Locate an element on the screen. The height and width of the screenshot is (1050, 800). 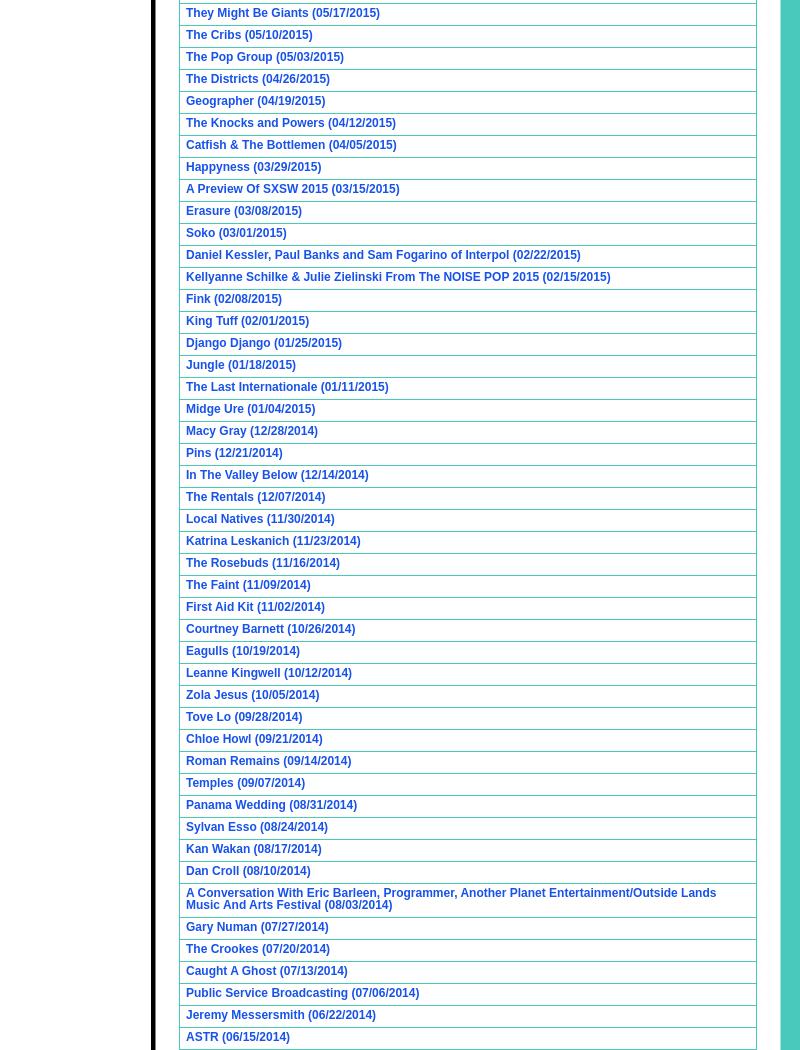
'Public Service Broadcasting (07/06/2014)' is located at coordinates (301, 992).